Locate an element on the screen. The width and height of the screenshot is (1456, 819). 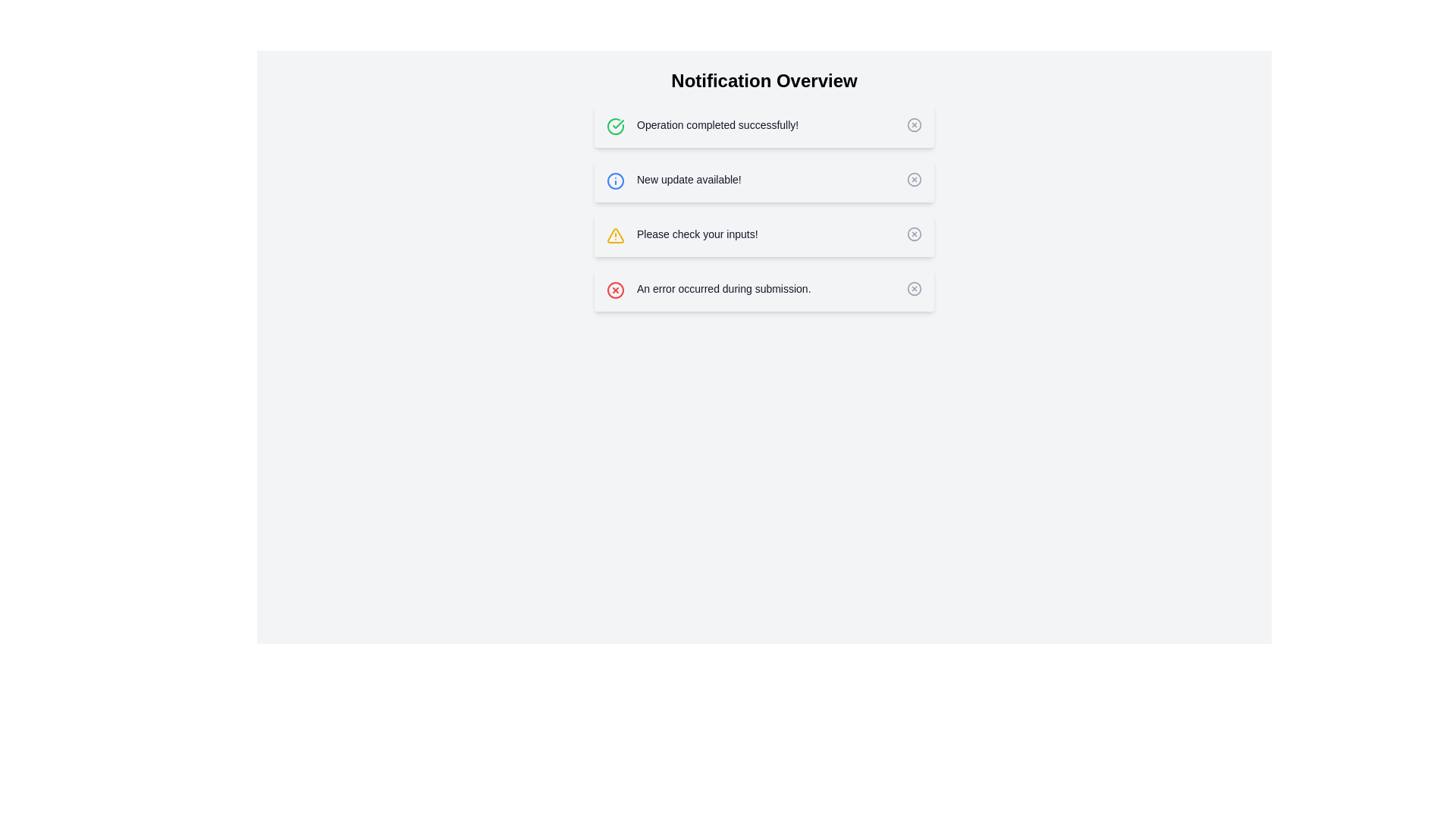
text label that displays 'An error occurred during submission.' This text is styled in a smaller font with medium weight and is positioned in the fourth notification box from the top, between a red circular icon and a close button is located at coordinates (723, 289).